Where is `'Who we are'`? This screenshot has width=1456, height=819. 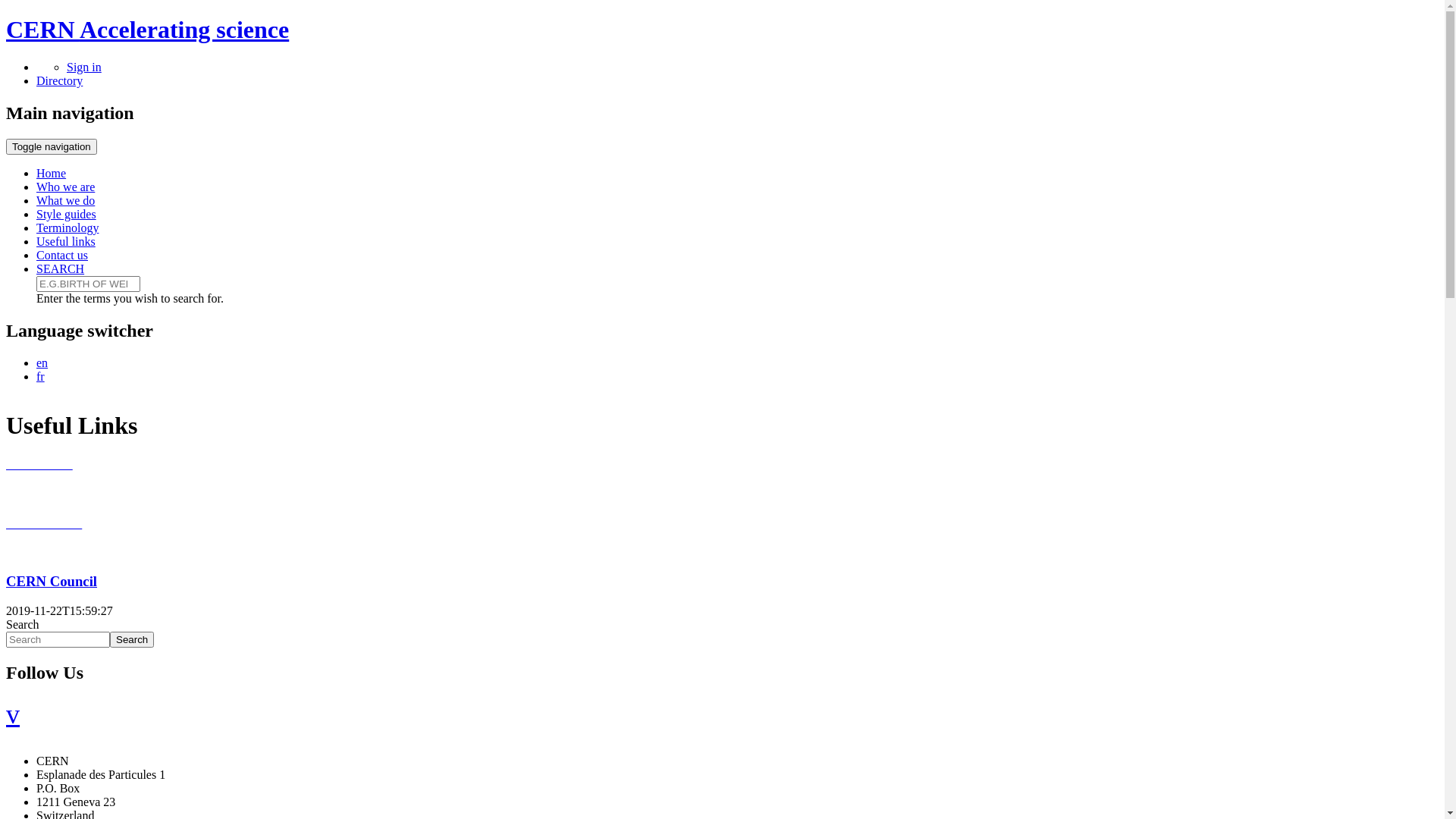 'Who we are' is located at coordinates (64, 186).